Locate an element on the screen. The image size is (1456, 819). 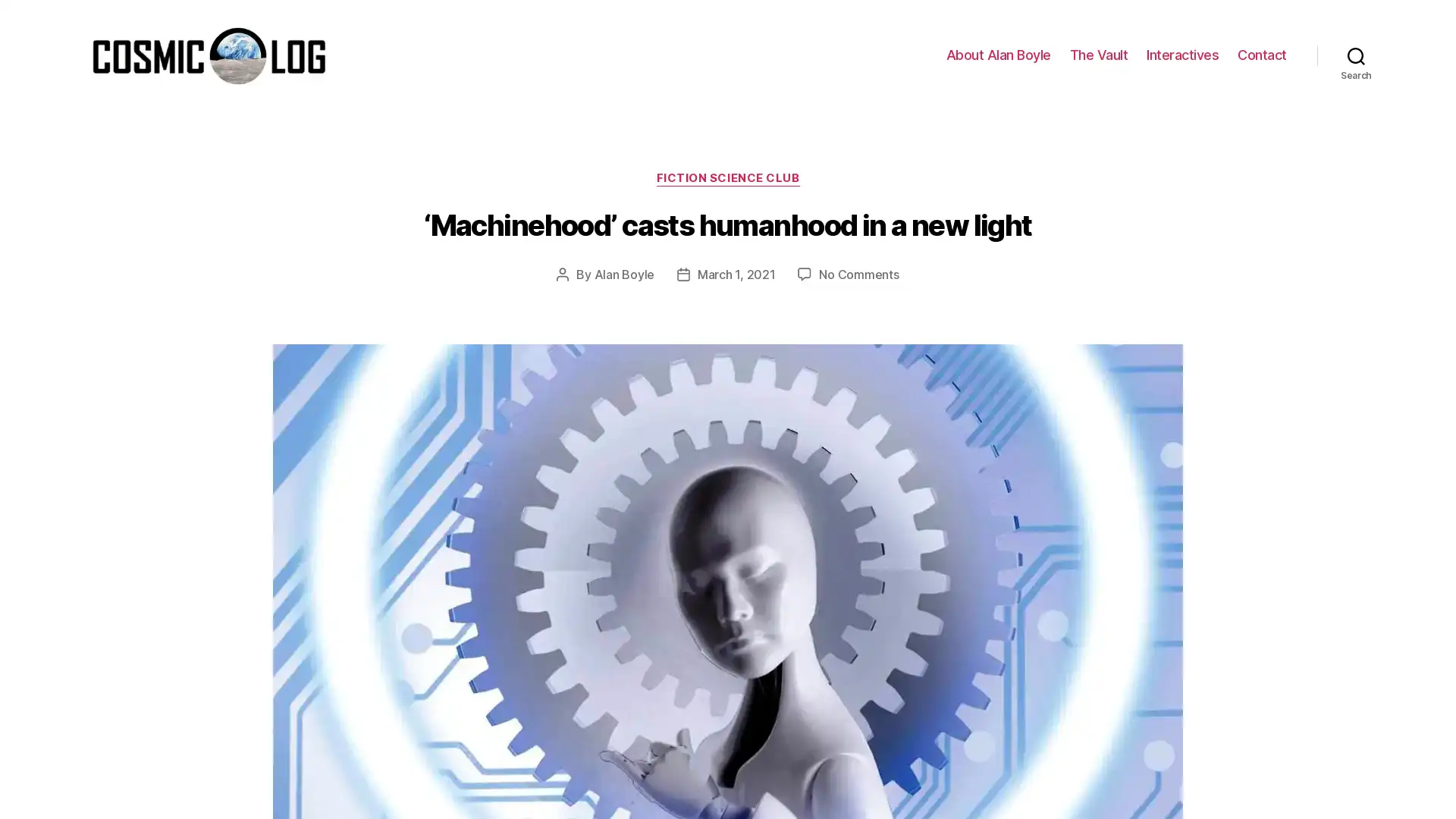
Search is located at coordinates (1356, 55).